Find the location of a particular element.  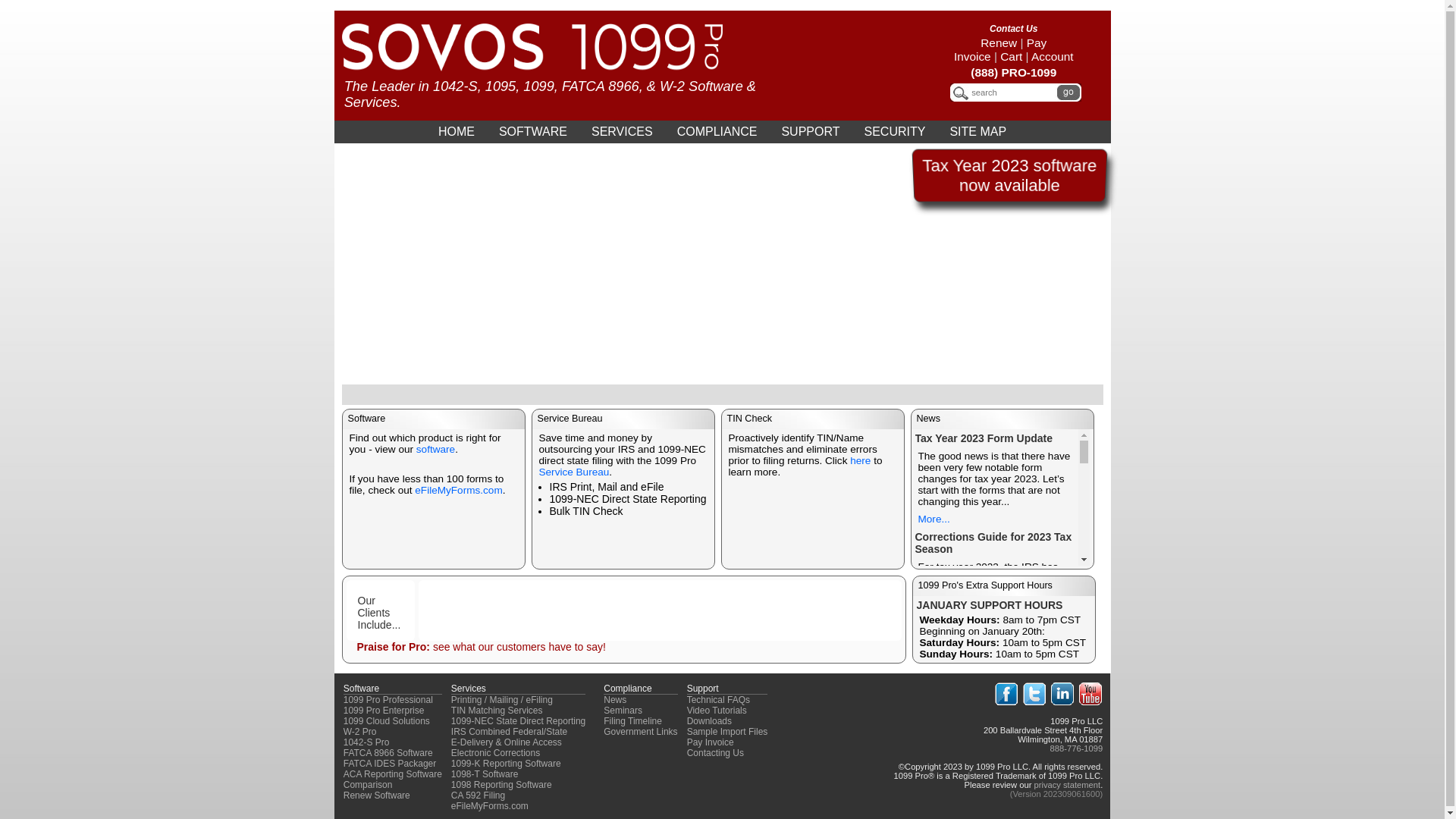

'Sample Import Files' is located at coordinates (726, 730).